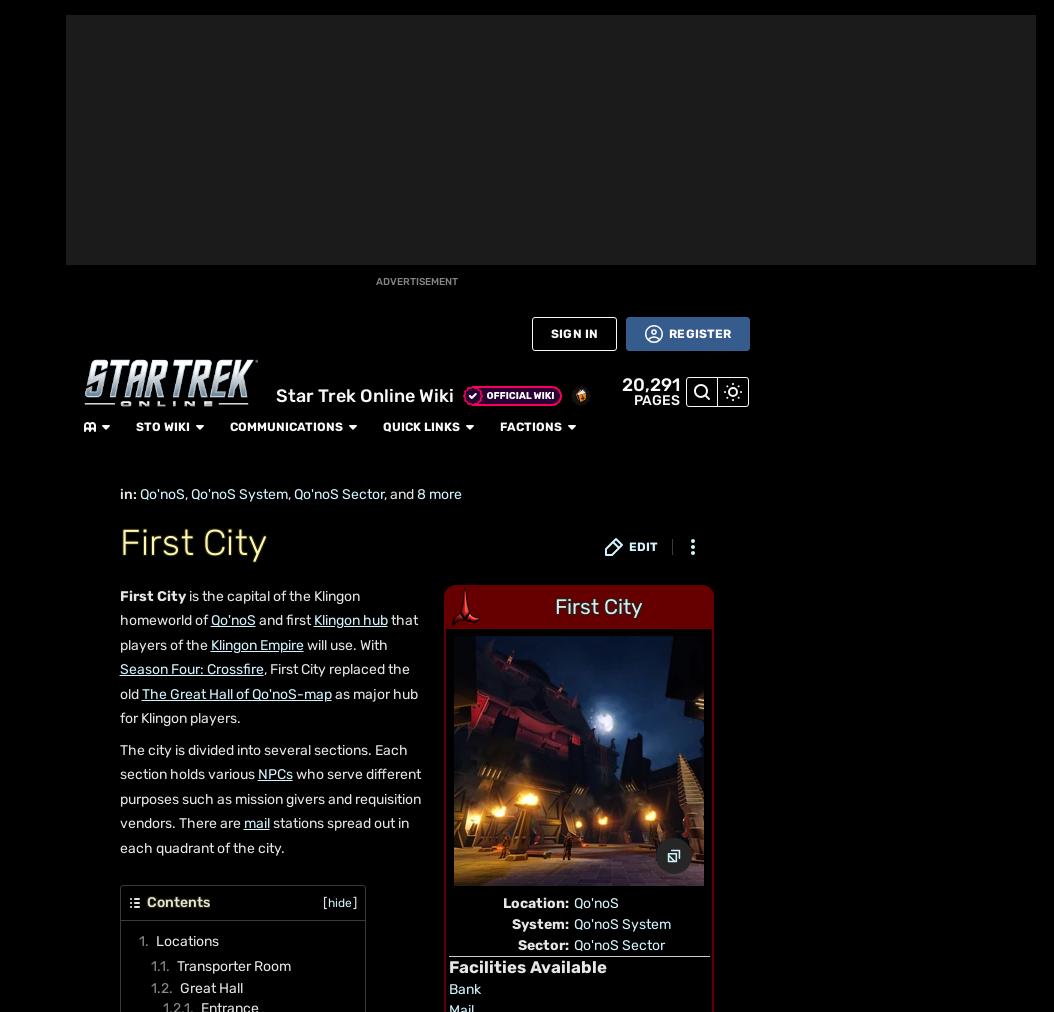  Describe the element at coordinates (407, 776) in the screenshot. I see `'Season Twenty-two: House Reborn'` at that location.